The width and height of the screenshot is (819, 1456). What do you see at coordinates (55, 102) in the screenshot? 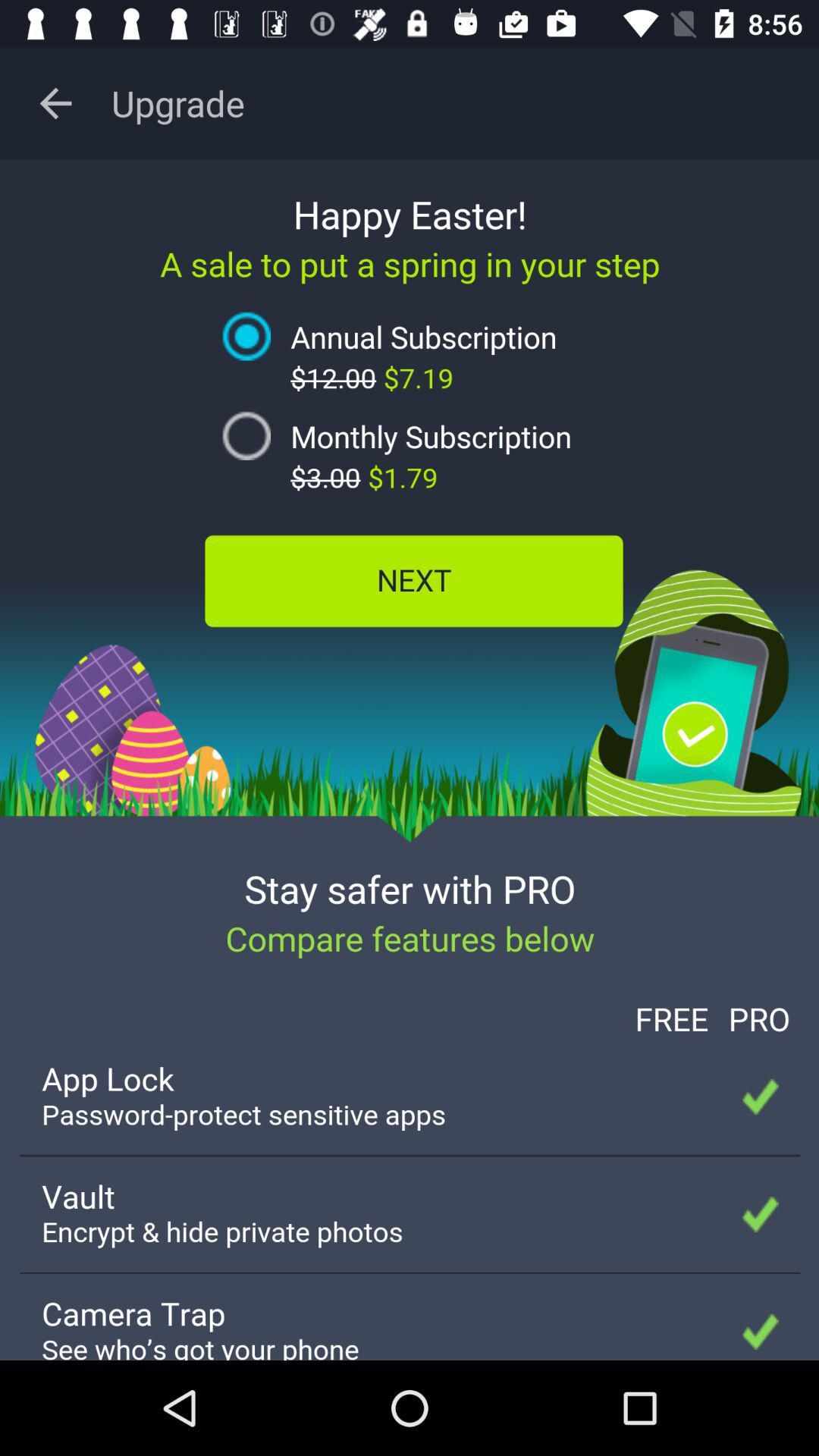
I see `go the previous page` at bounding box center [55, 102].